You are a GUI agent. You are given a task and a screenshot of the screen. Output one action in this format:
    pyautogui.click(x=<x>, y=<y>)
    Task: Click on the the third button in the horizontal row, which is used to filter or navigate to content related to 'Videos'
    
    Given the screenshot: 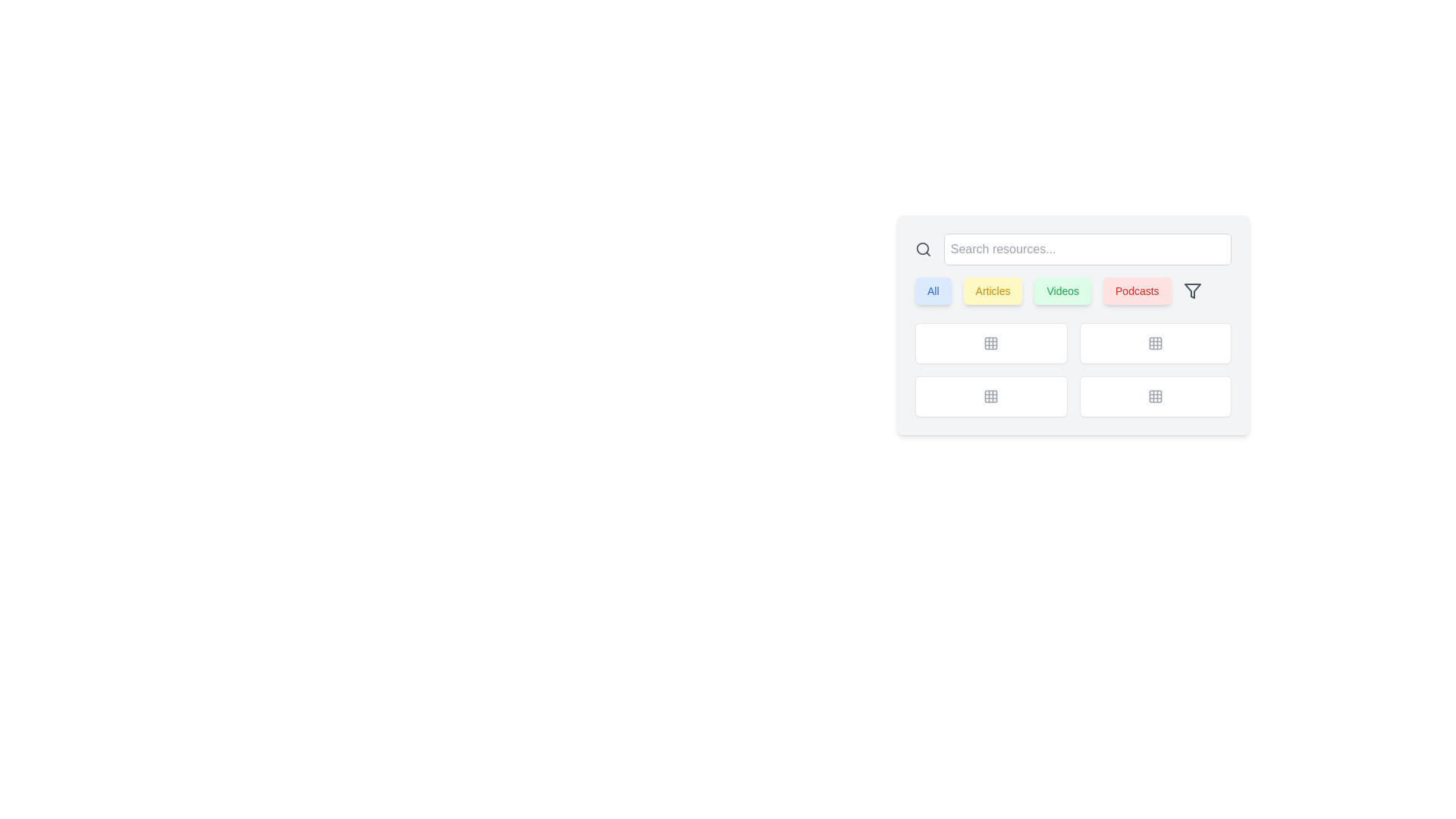 What is the action you would take?
    pyautogui.click(x=1062, y=291)
    